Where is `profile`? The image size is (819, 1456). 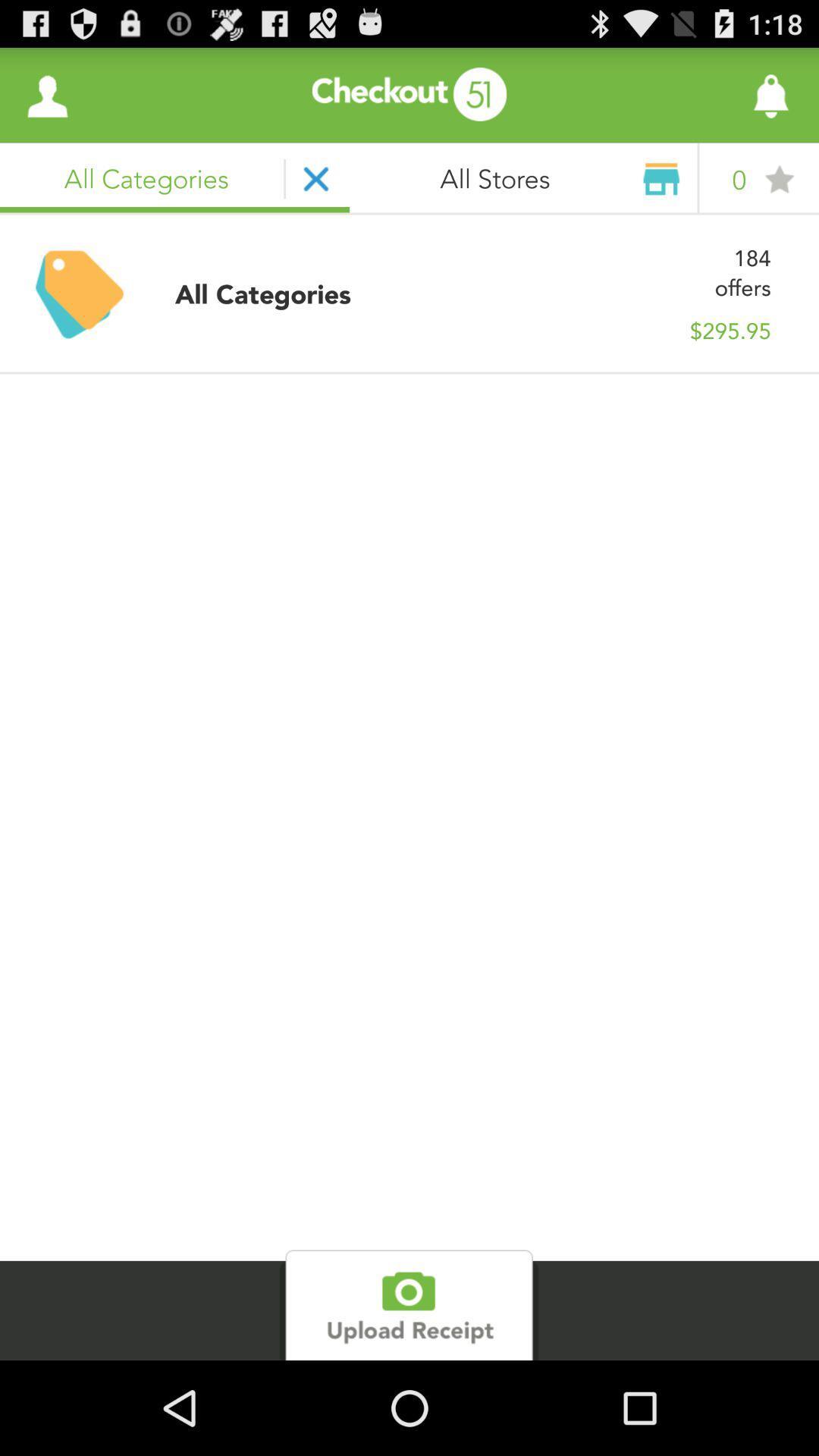 profile is located at coordinates (46, 94).